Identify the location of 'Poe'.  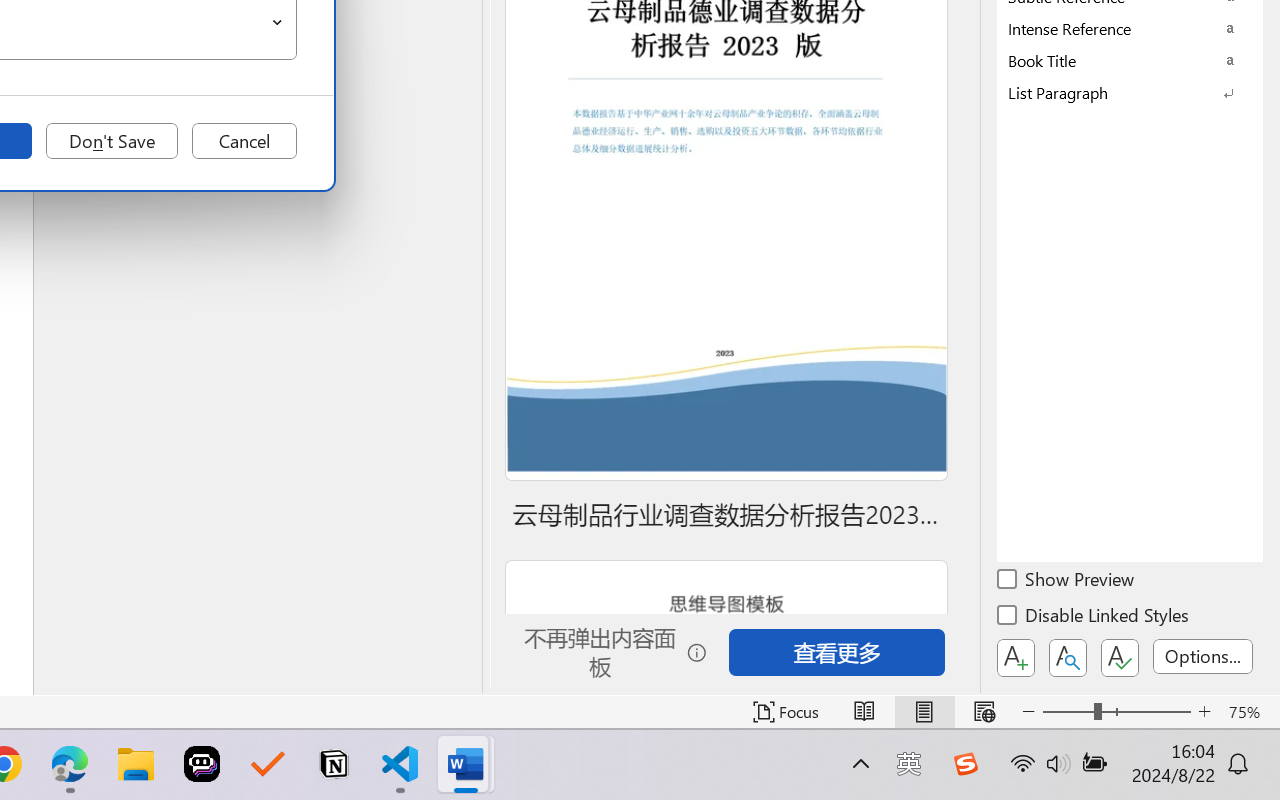
(202, 764).